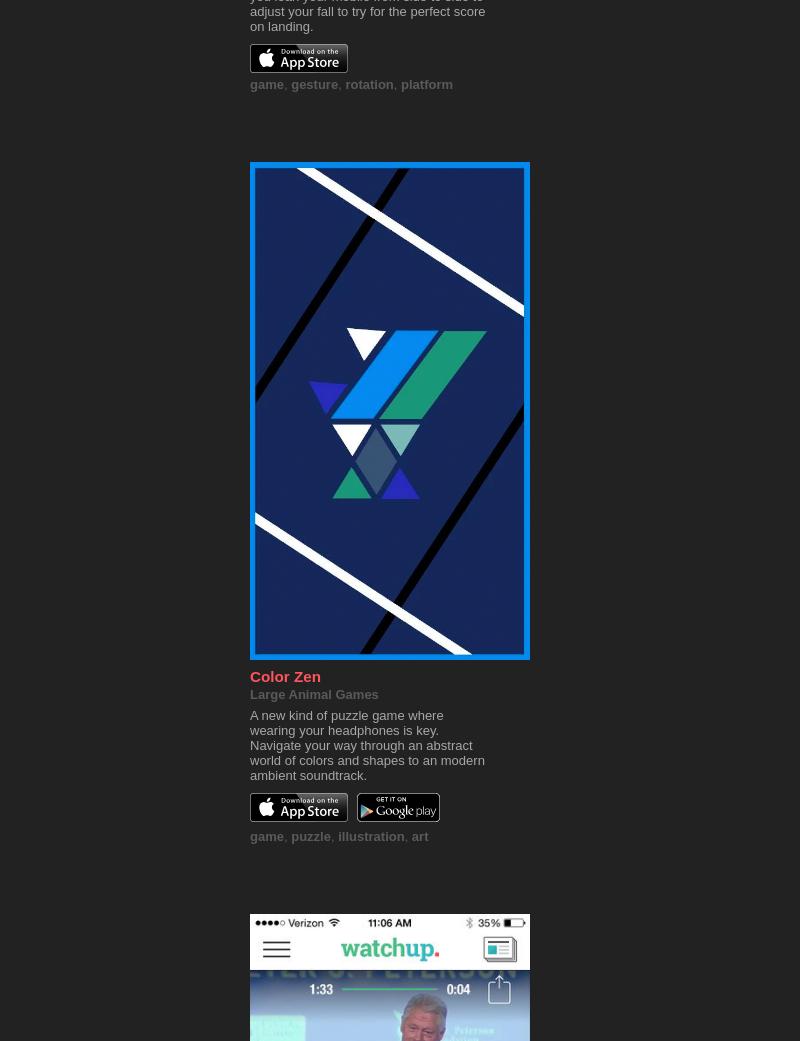 This screenshot has width=800, height=1041. Describe the element at coordinates (368, 83) in the screenshot. I see `'rotation'` at that location.